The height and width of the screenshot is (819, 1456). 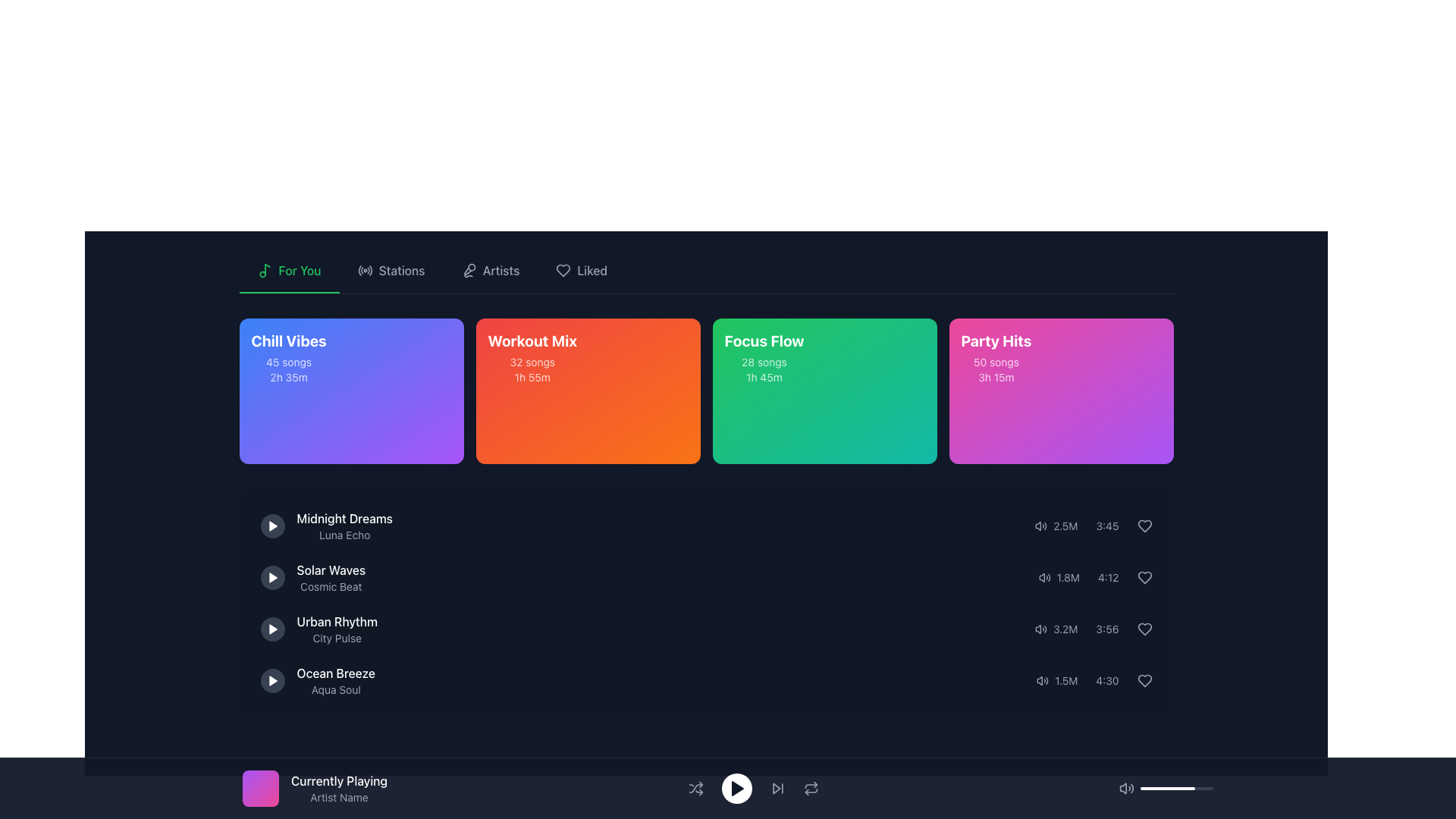 What do you see at coordinates (1107, 526) in the screenshot?
I see `the static text label indicating a duration or time value located in the lower section of the interface, adjacent to the numeric representation '2.5M' and a sound icon, in the second column of the list below the 'Party Hits' card` at bounding box center [1107, 526].